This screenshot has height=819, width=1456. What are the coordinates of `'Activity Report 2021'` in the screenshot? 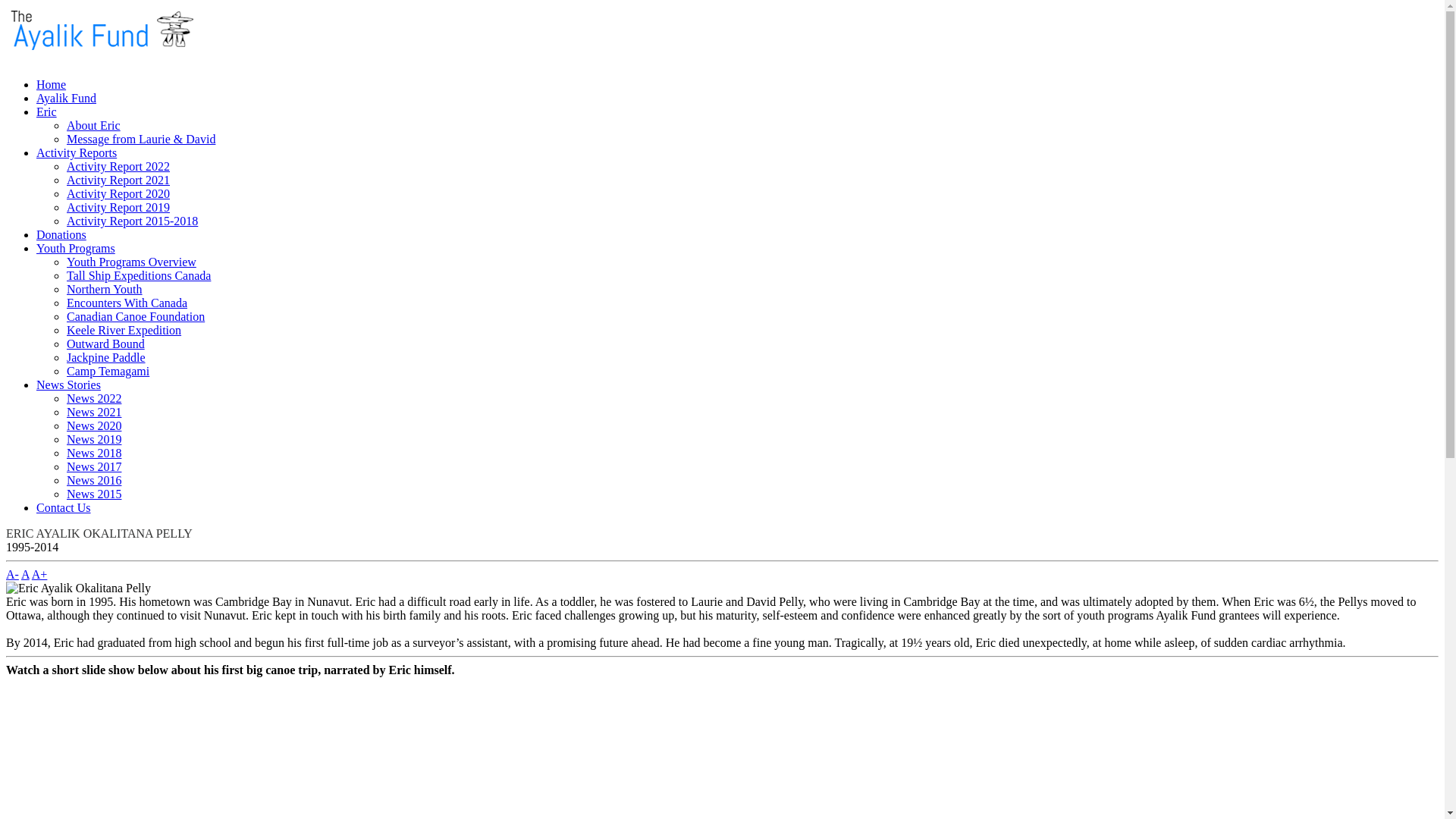 It's located at (118, 179).